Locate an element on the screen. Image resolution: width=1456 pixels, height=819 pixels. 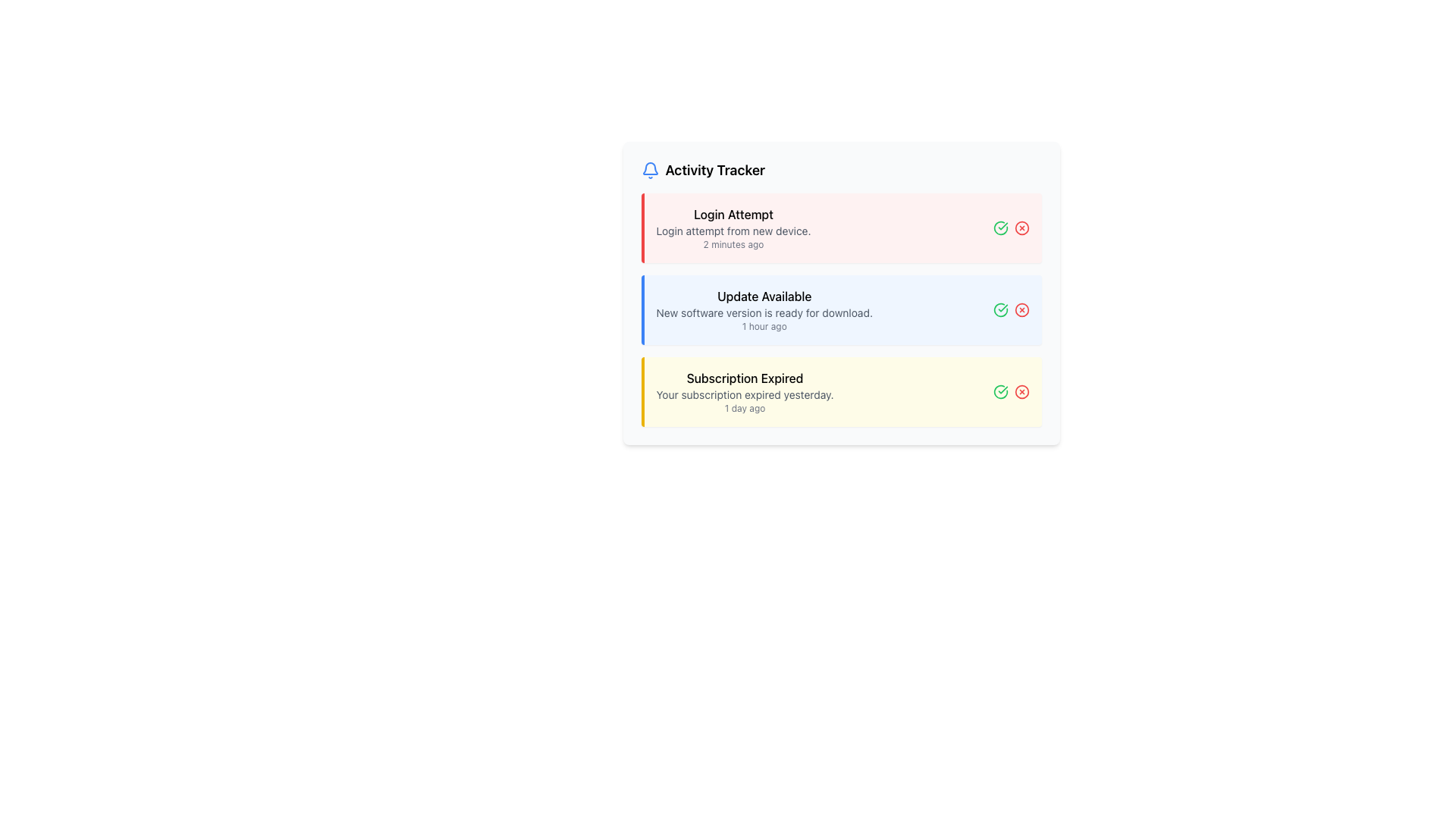
the text element that reads 'Your subscription expired yesterday.' located in the lower part of the modal under the 'Subscription Expired' section, indicating a secondary informational priority is located at coordinates (745, 394).